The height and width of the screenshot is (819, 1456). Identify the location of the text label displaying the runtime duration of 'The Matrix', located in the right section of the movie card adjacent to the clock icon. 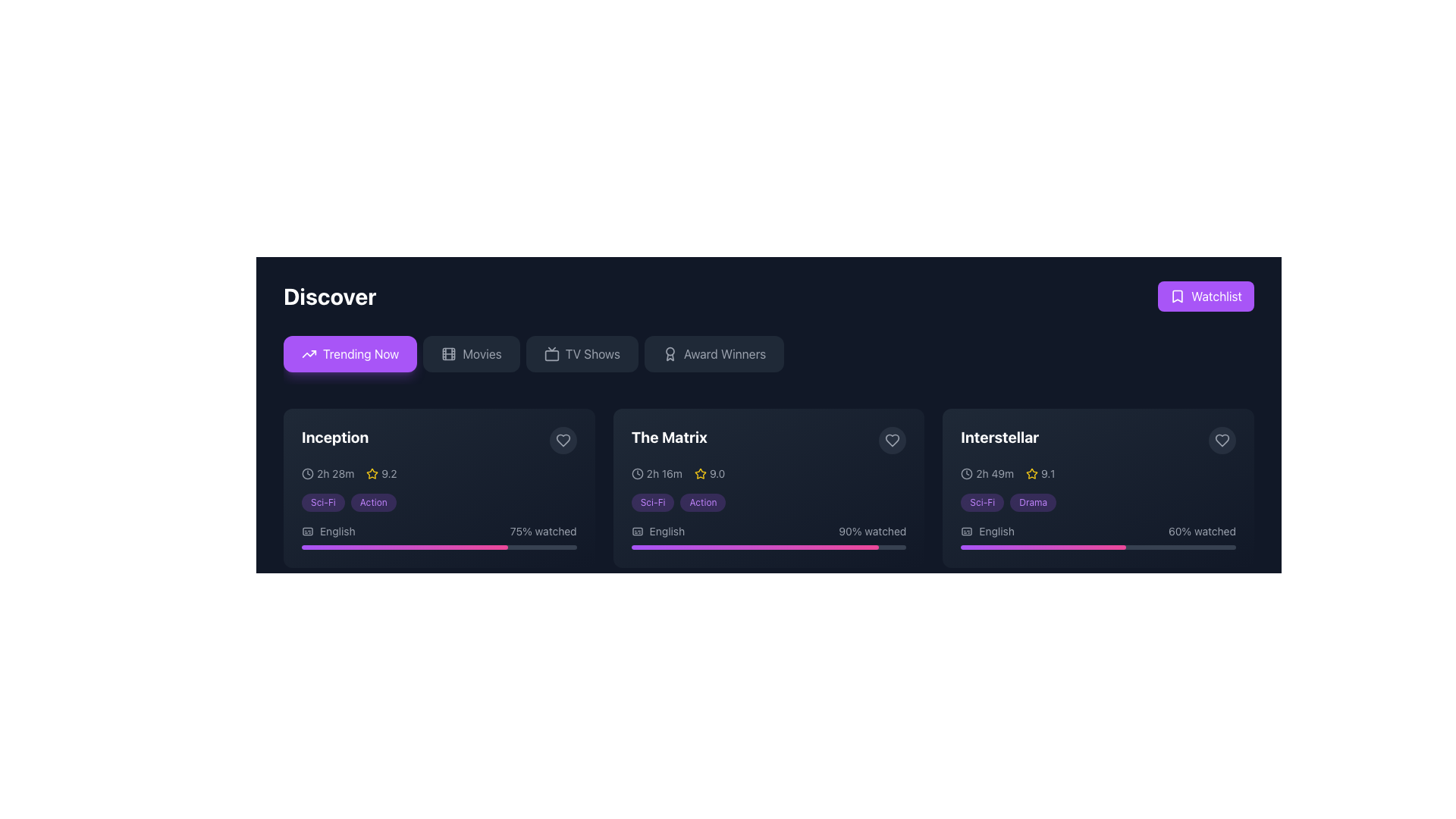
(664, 472).